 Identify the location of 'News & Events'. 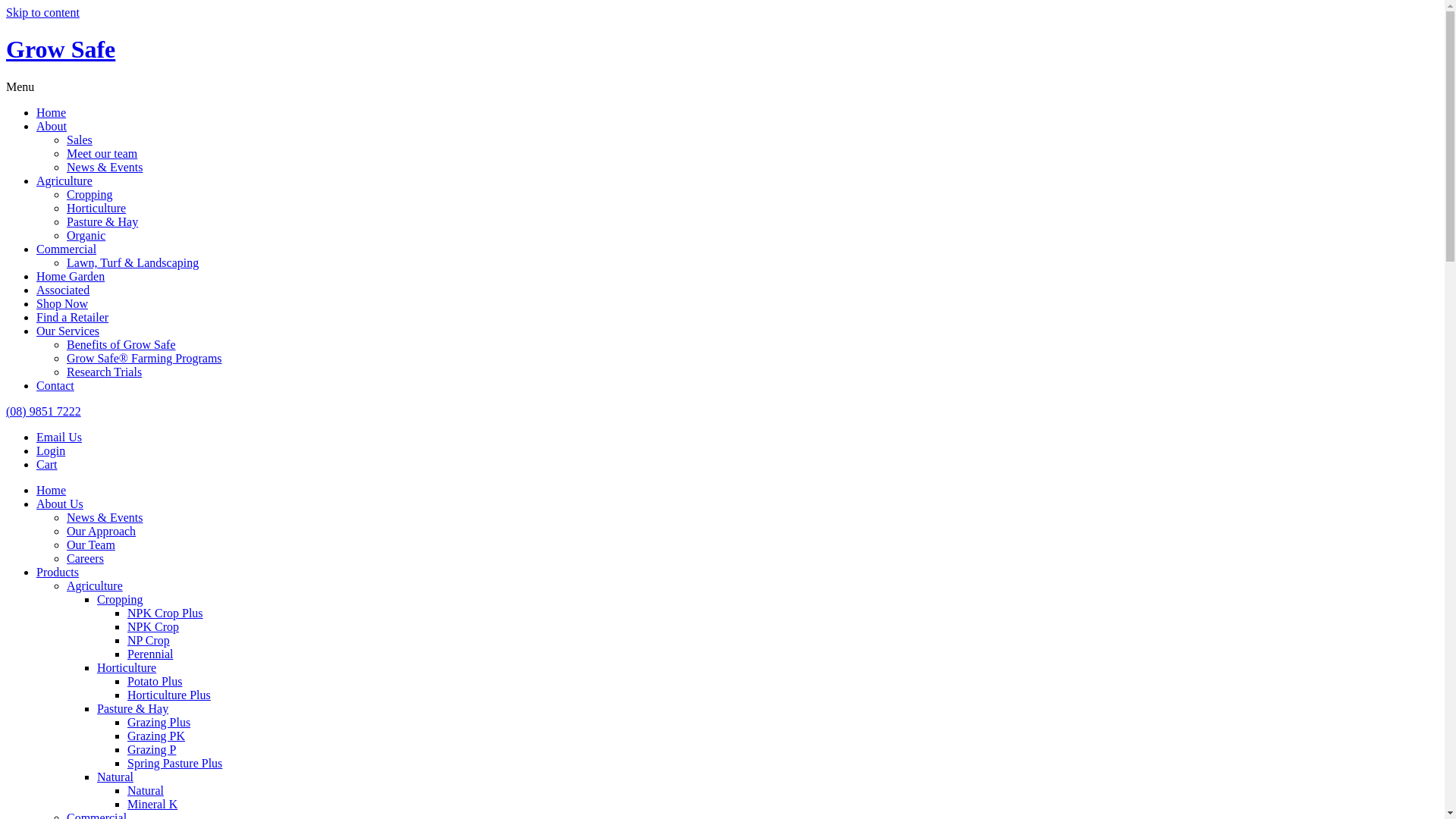
(104, 516).